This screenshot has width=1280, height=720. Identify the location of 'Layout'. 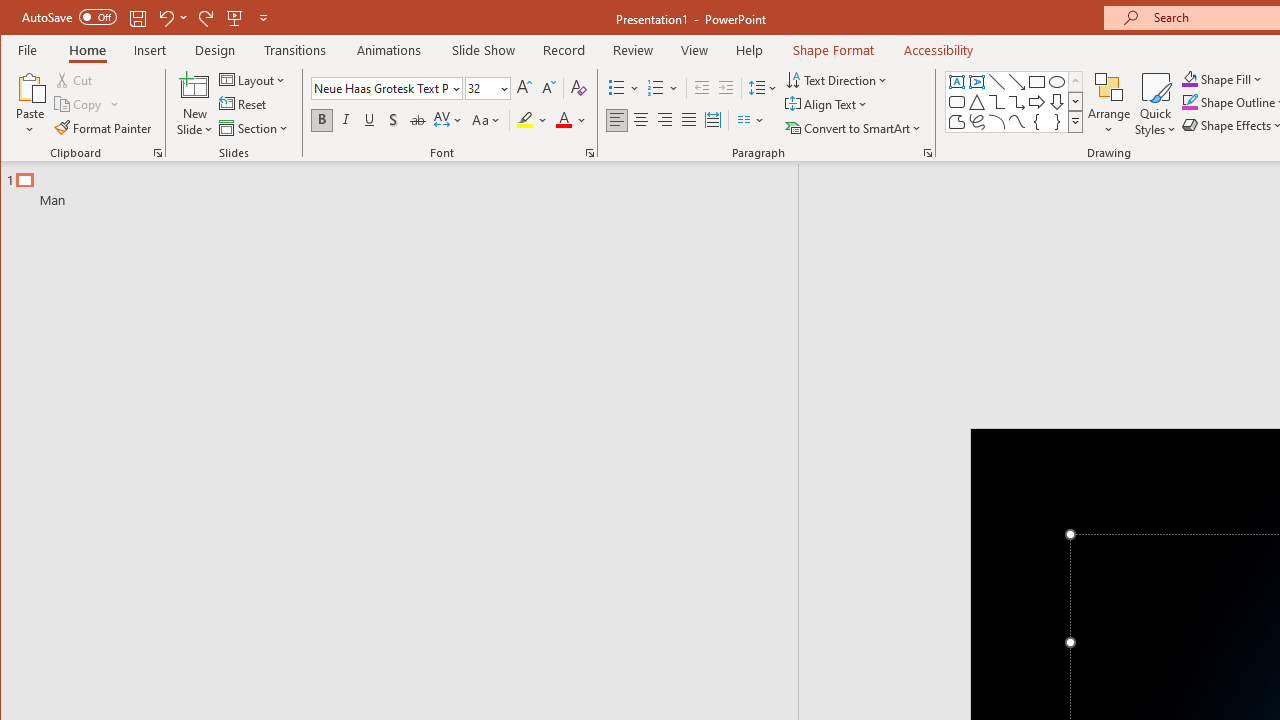
(253, 79).